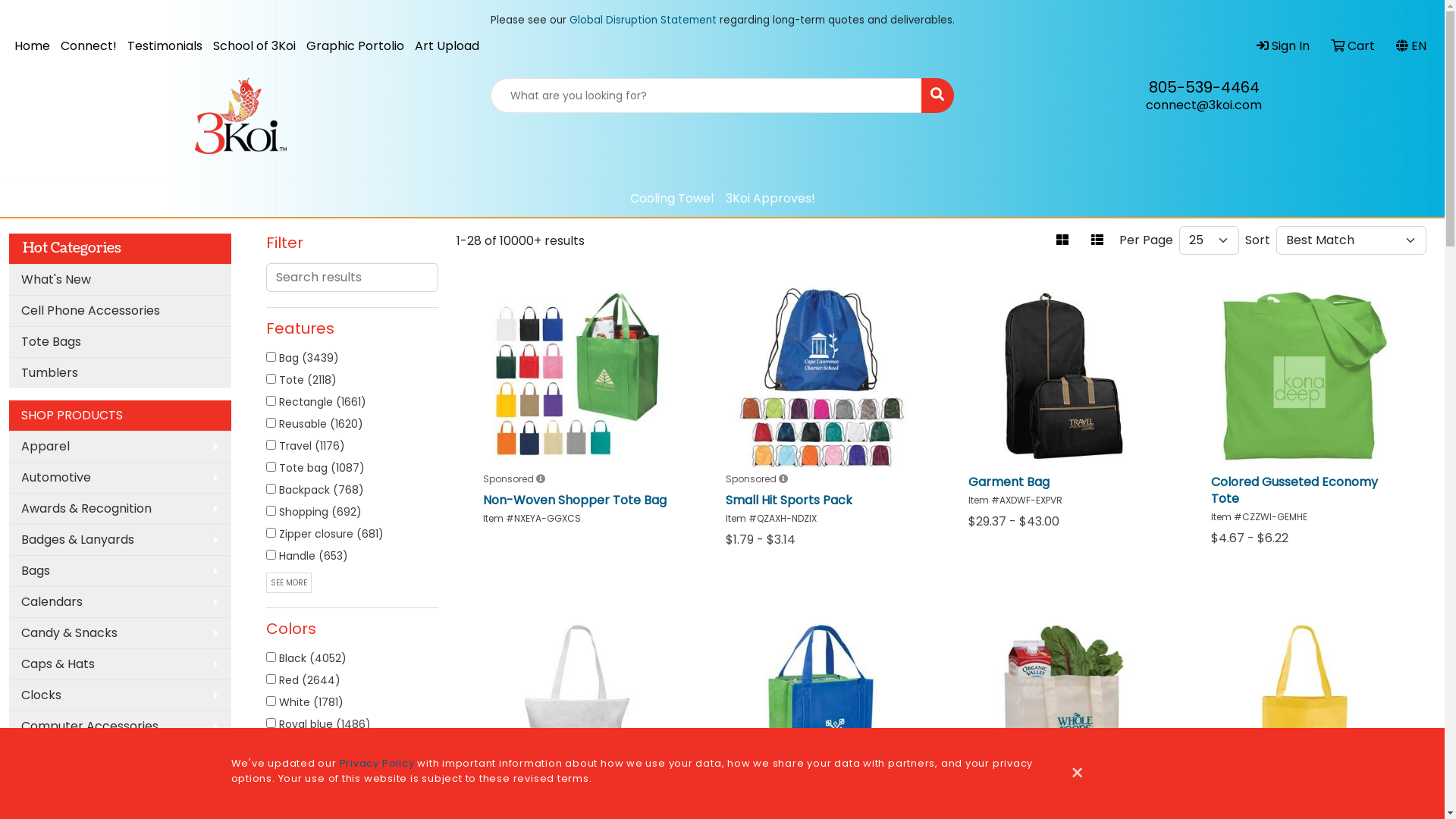 This screenshot has width=1456, height=819. What do you see at coordinates (1282, 45) in the screenshot?
I see `'Sign In'` at bounding box center [1282, 45].